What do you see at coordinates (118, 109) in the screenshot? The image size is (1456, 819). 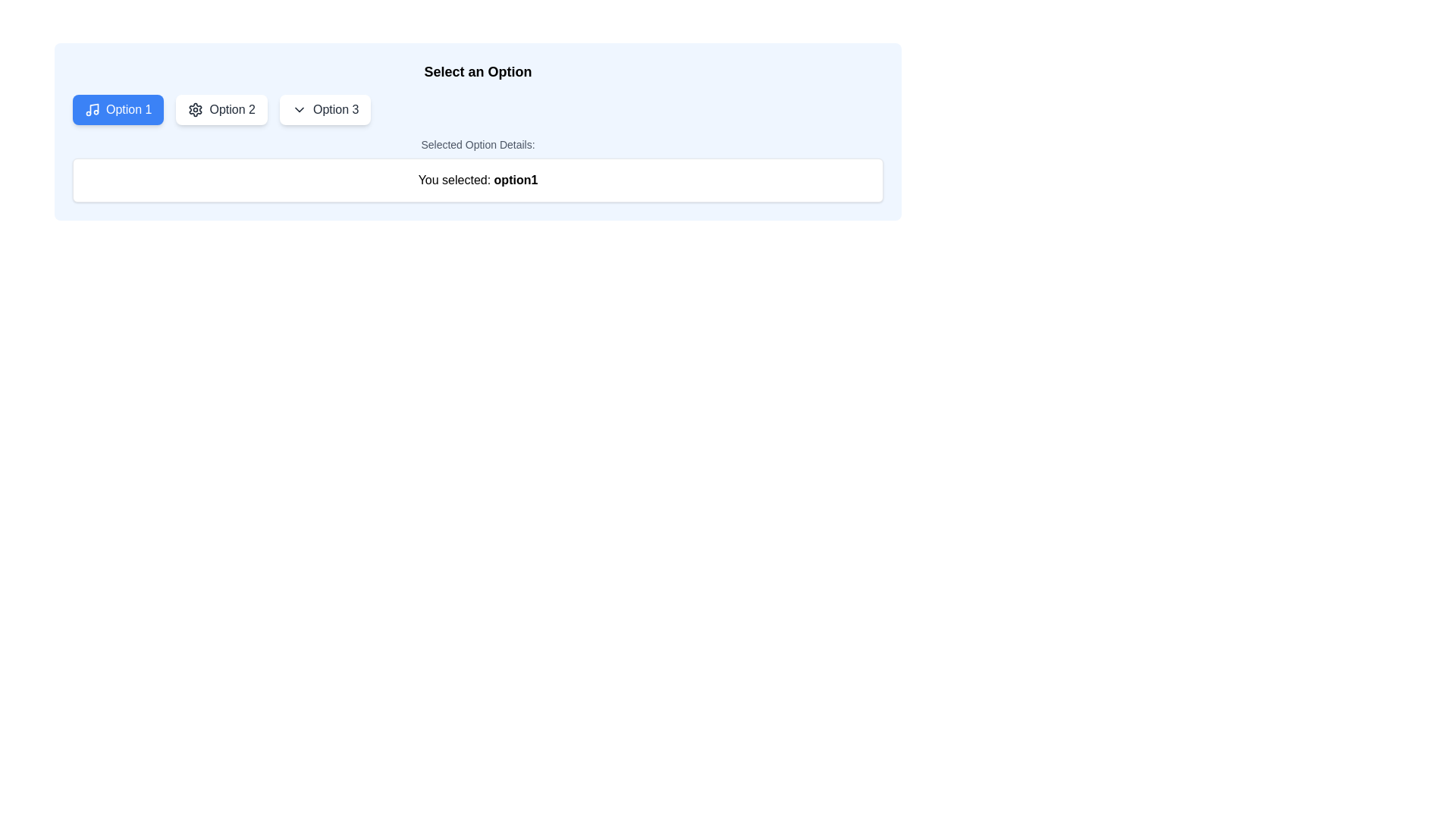 I see `the 'Option 1' button, which is a rectangular button with rounded corners, blue background, and white text, located in the top-left of a group of three buttons` at bounding box center [118, 109].